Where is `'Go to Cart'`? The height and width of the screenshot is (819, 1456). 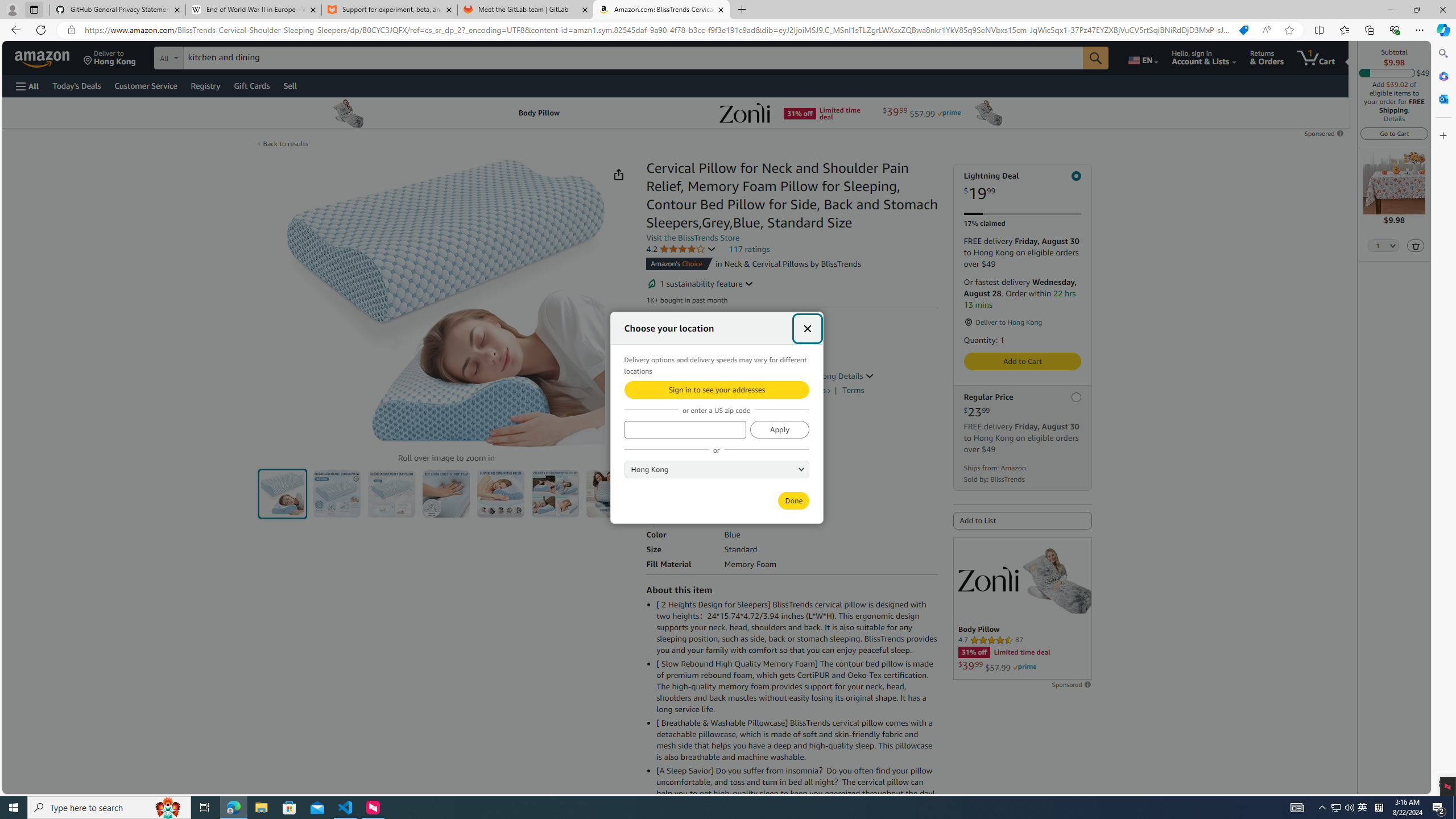 'Go to Cart' is located at coordinates (1393, 133).